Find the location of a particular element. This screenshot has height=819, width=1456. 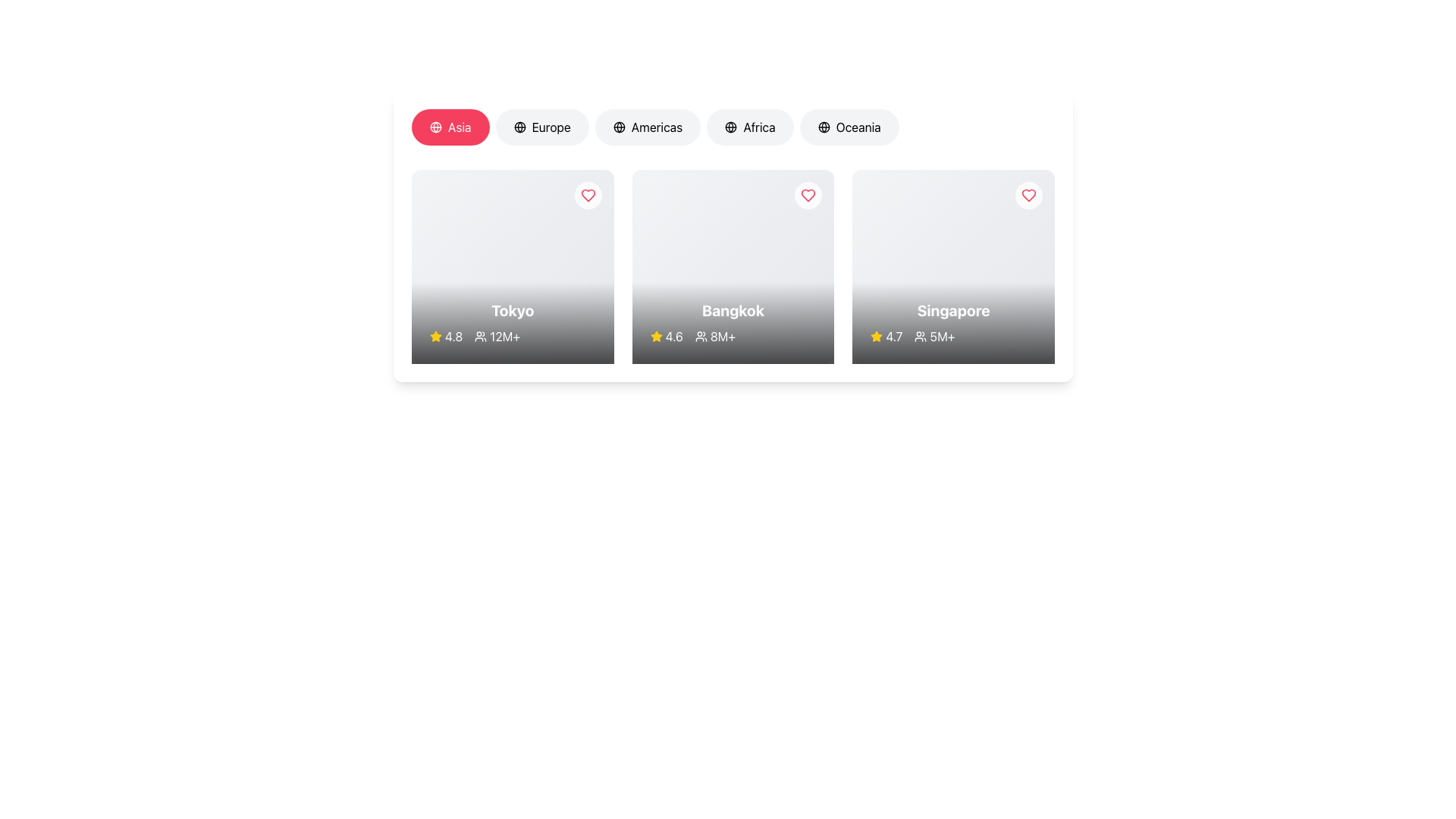

the 'Oceania' button, which is a rounded rectangle with a light gray background and a globe icon on the left is located at coordinates (849, 127).